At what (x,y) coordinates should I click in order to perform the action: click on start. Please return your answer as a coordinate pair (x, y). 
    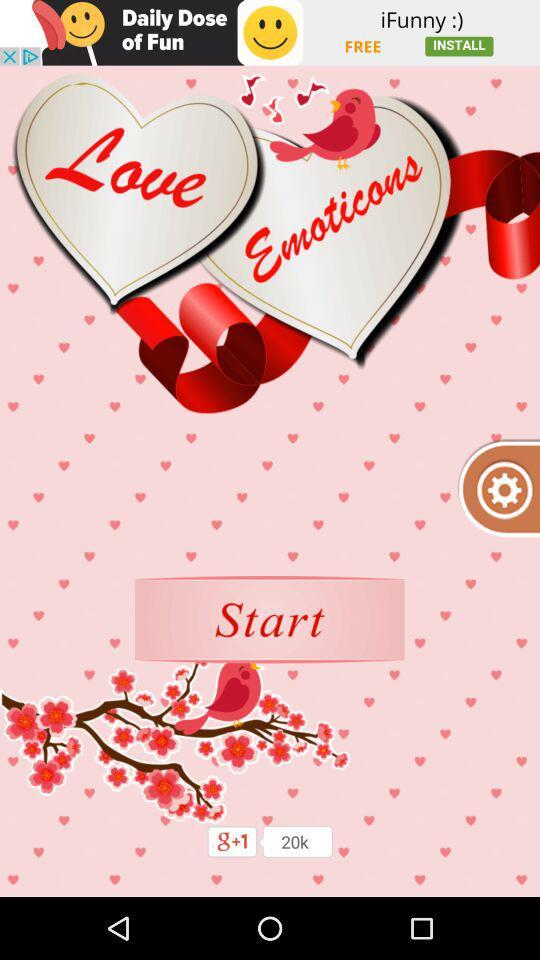
    Looking at the image, I should click on (269, 618).